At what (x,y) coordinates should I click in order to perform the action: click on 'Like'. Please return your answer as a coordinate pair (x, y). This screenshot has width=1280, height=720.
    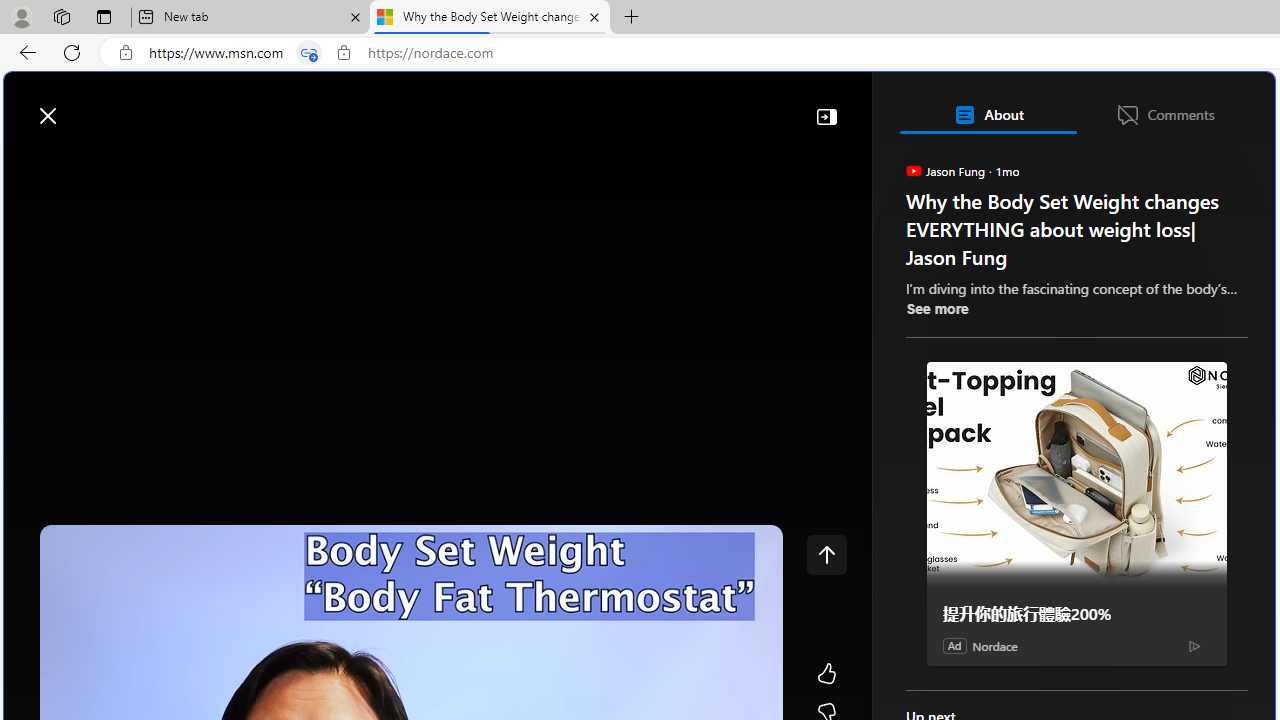
    Looking at the image, I should click on (826, 673).